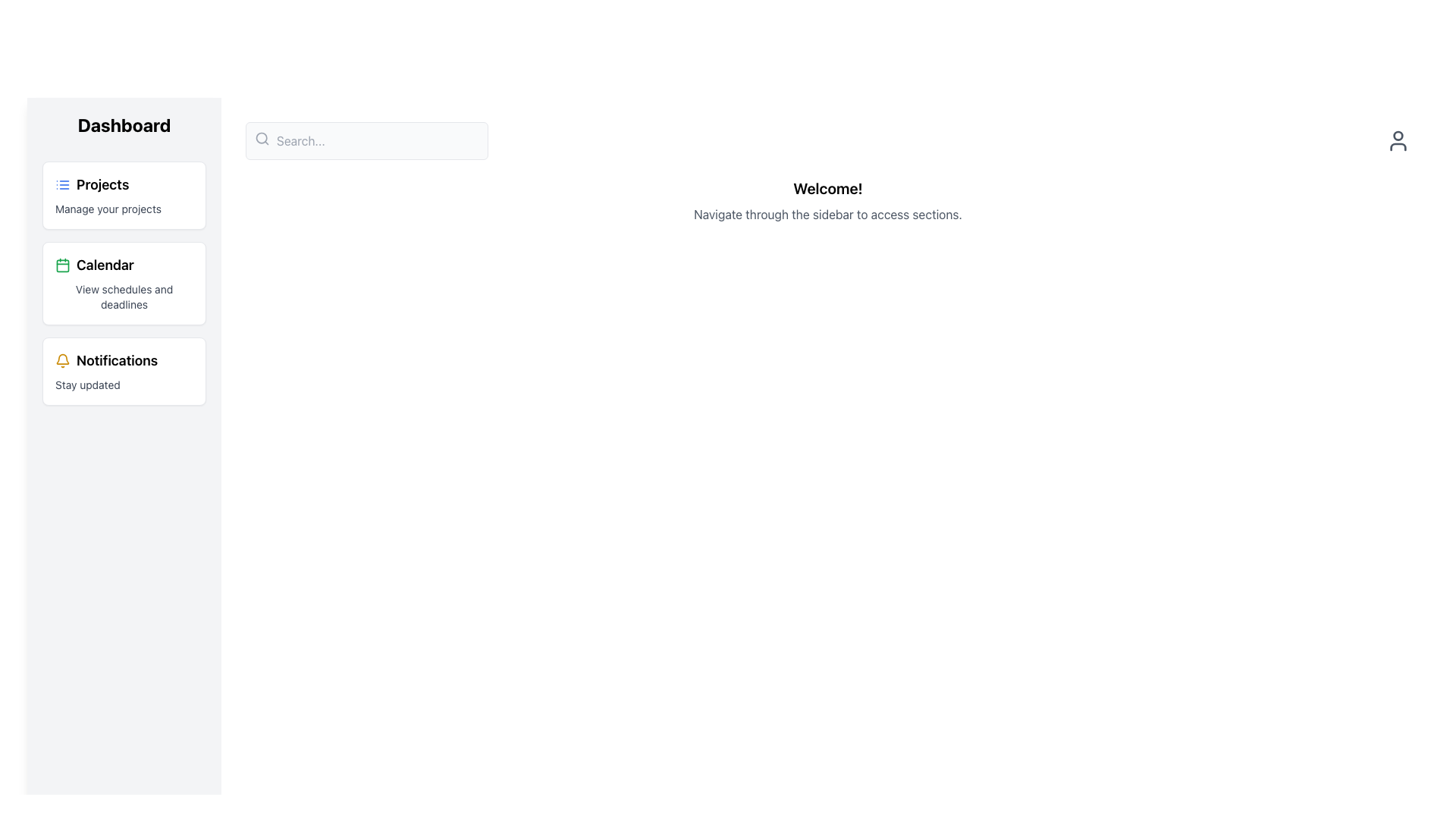 The width and height of the screenshot is (1456, 819). I want to click on the 'Calendar' Navigation Label, which is the second item in the sidebar under the 'Dashboard' header, displaying a green calendar icon and bold text, so click(93, 265).